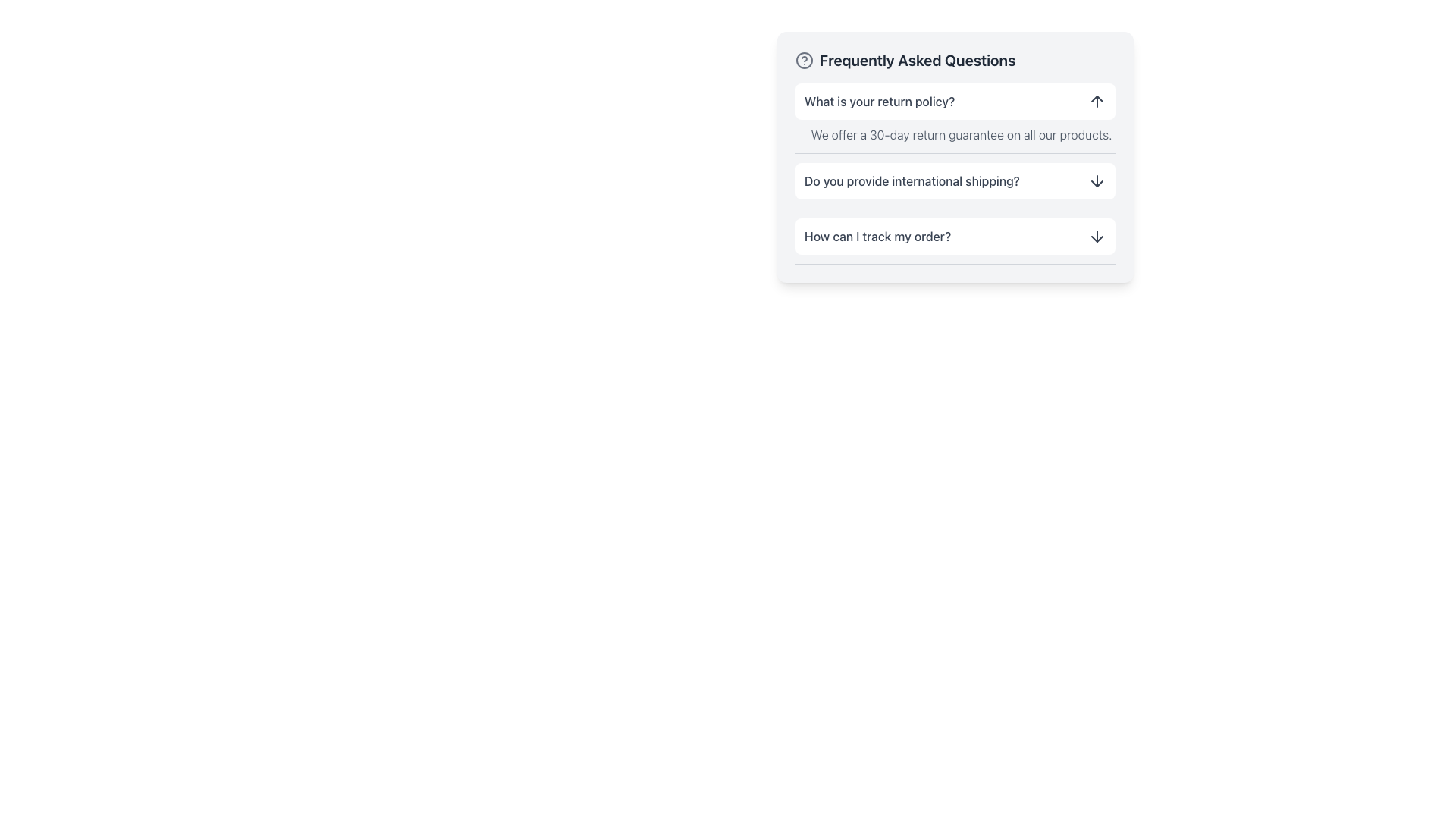 This screenshot has width=1456, height=819. Describe the element at coordinates (954, 60) in the screenshot. I see `the Text Heading with Icon that reads 'Frequently Asked Questions', which features a bold, extra-large font and a question mark icon to the left` at that location.